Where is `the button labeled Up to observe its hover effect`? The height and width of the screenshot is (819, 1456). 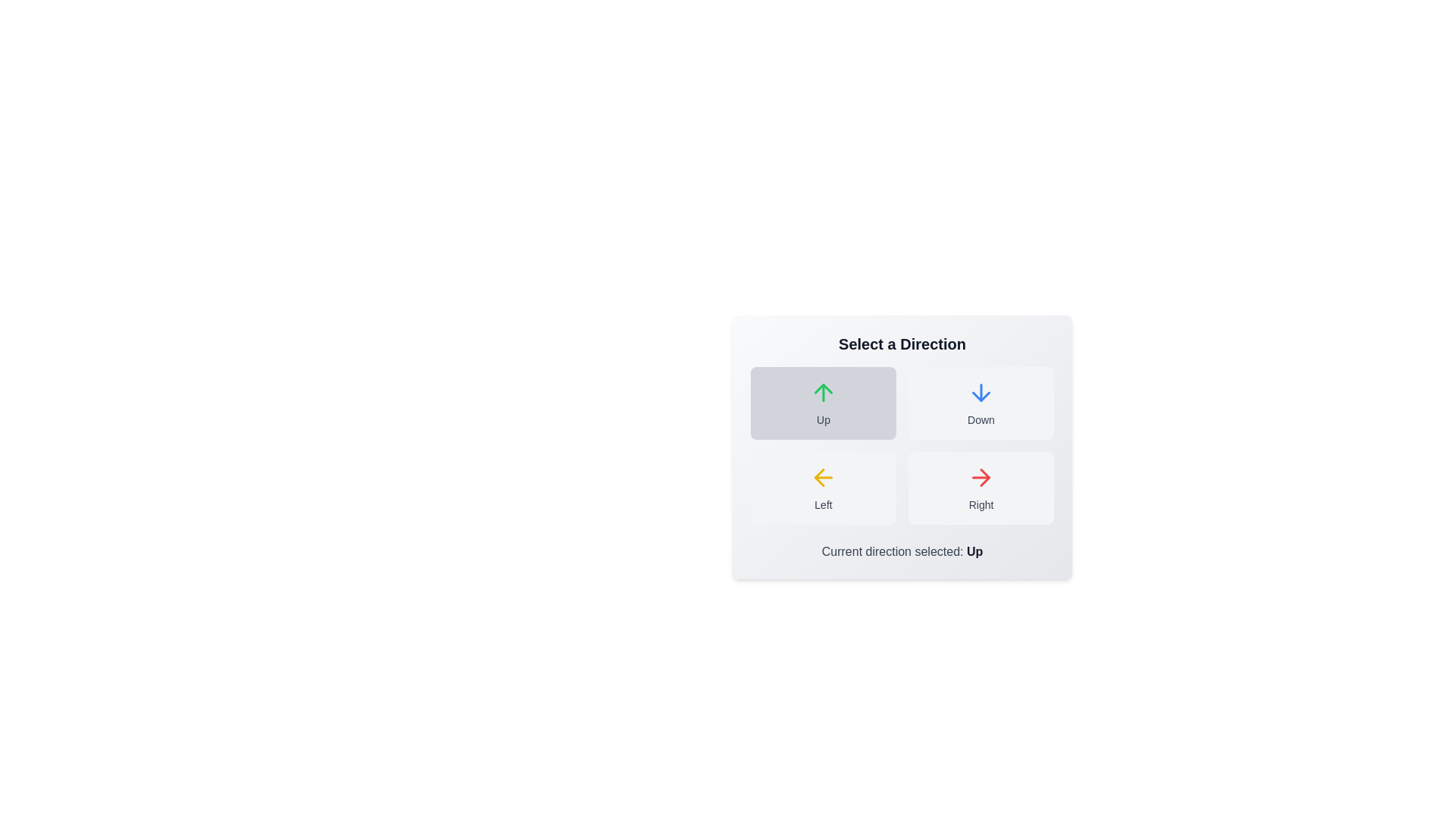 the button labeled Up to observe its hover effect is located at coordinates (822, 403).